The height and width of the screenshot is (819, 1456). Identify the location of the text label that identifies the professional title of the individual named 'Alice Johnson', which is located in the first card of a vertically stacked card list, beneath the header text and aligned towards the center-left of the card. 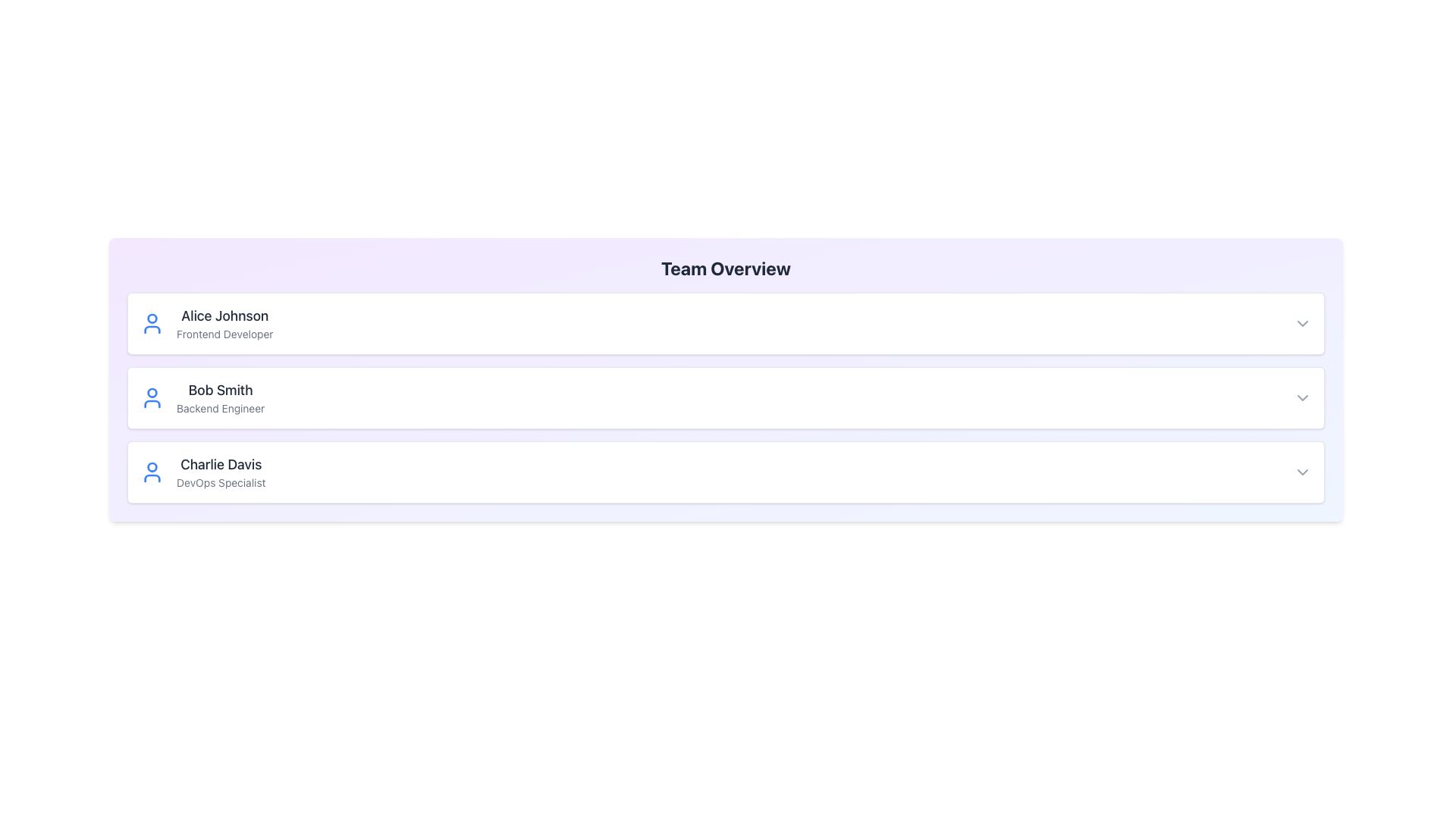
(224, 333).